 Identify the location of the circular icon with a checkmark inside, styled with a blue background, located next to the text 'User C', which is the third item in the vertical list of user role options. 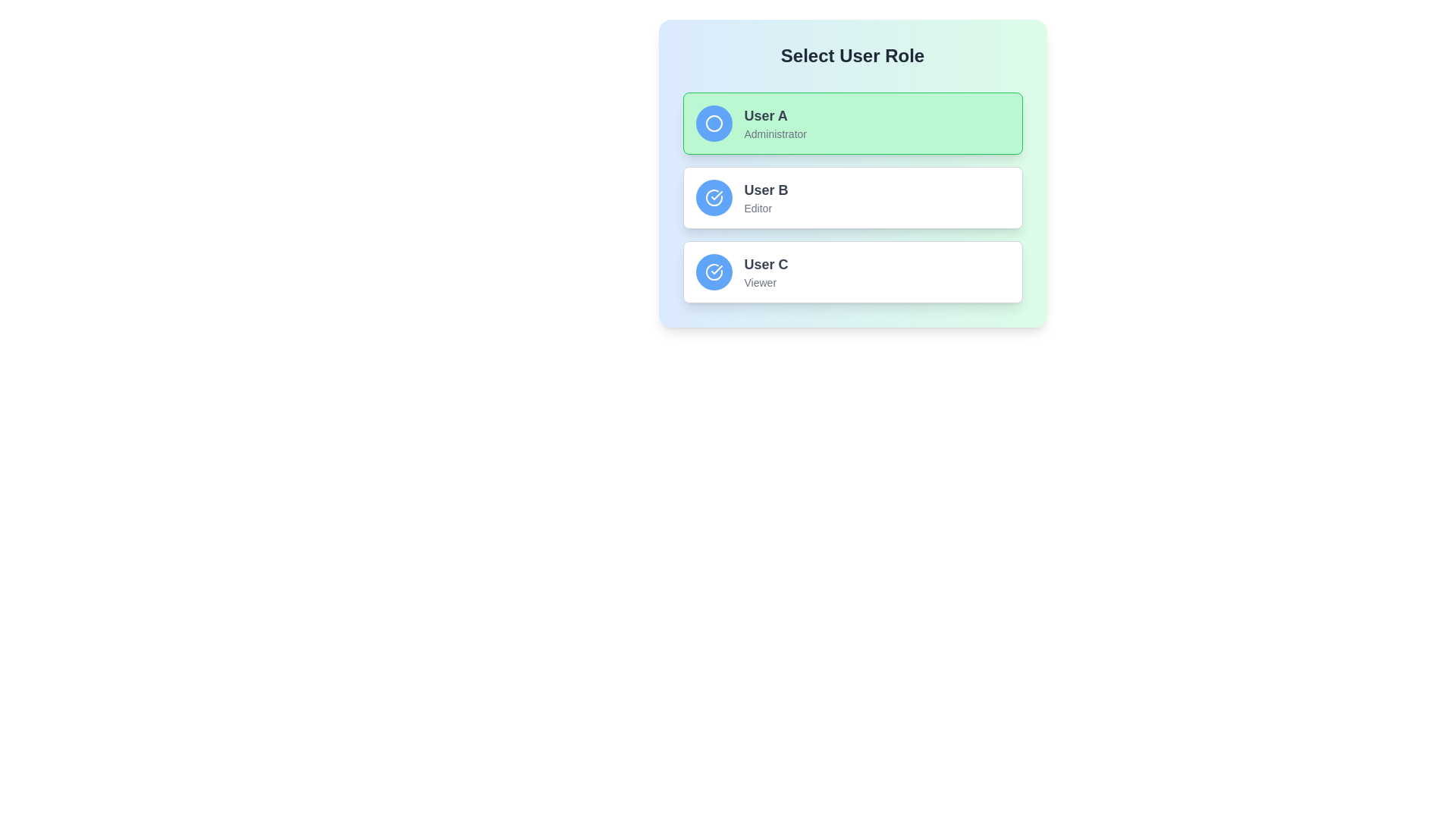
(713, 197).